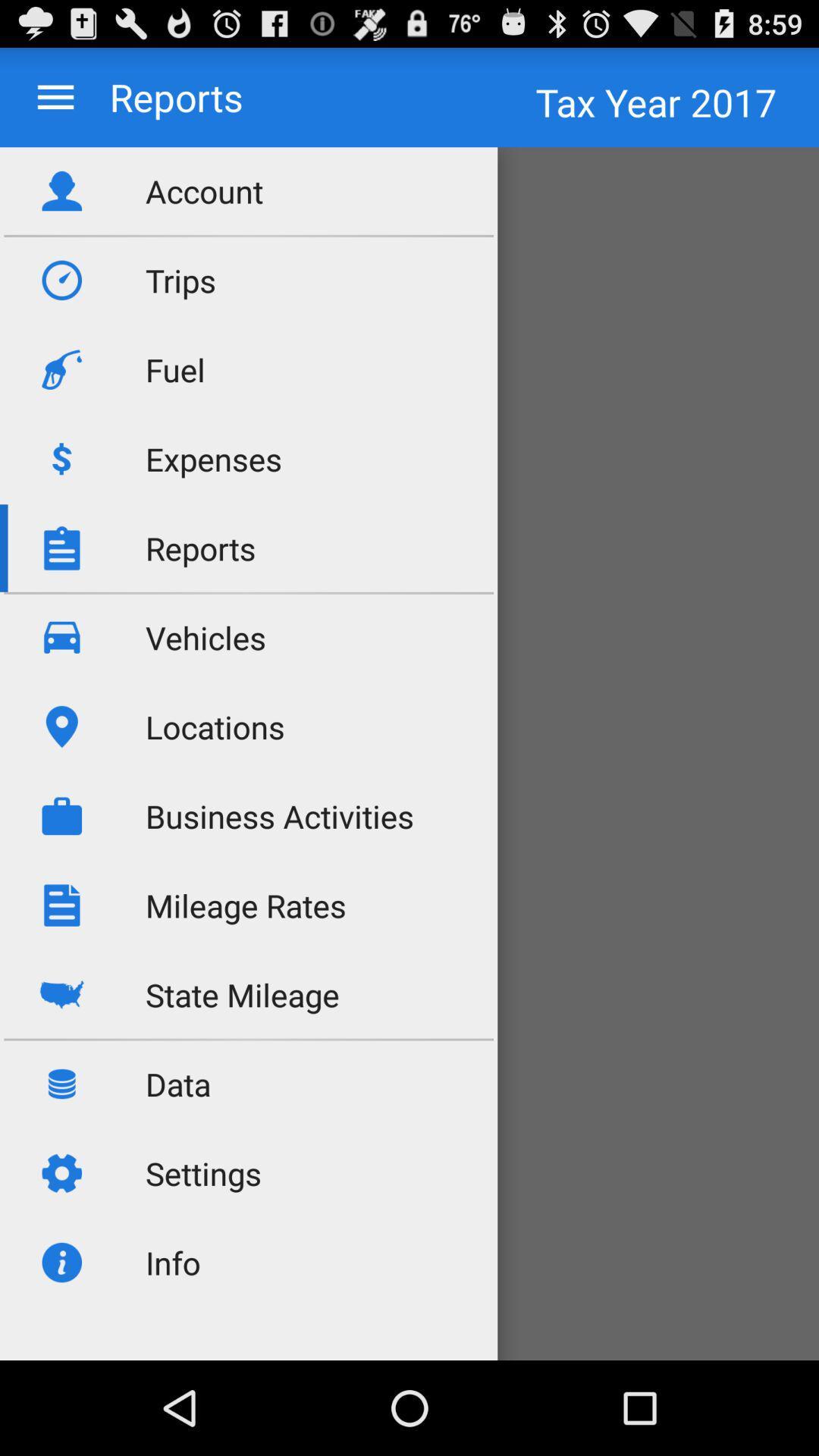  What do you see at coordinates (203, 190) in the screenshot?
I see `account icon` at bounding box center [203, 190].